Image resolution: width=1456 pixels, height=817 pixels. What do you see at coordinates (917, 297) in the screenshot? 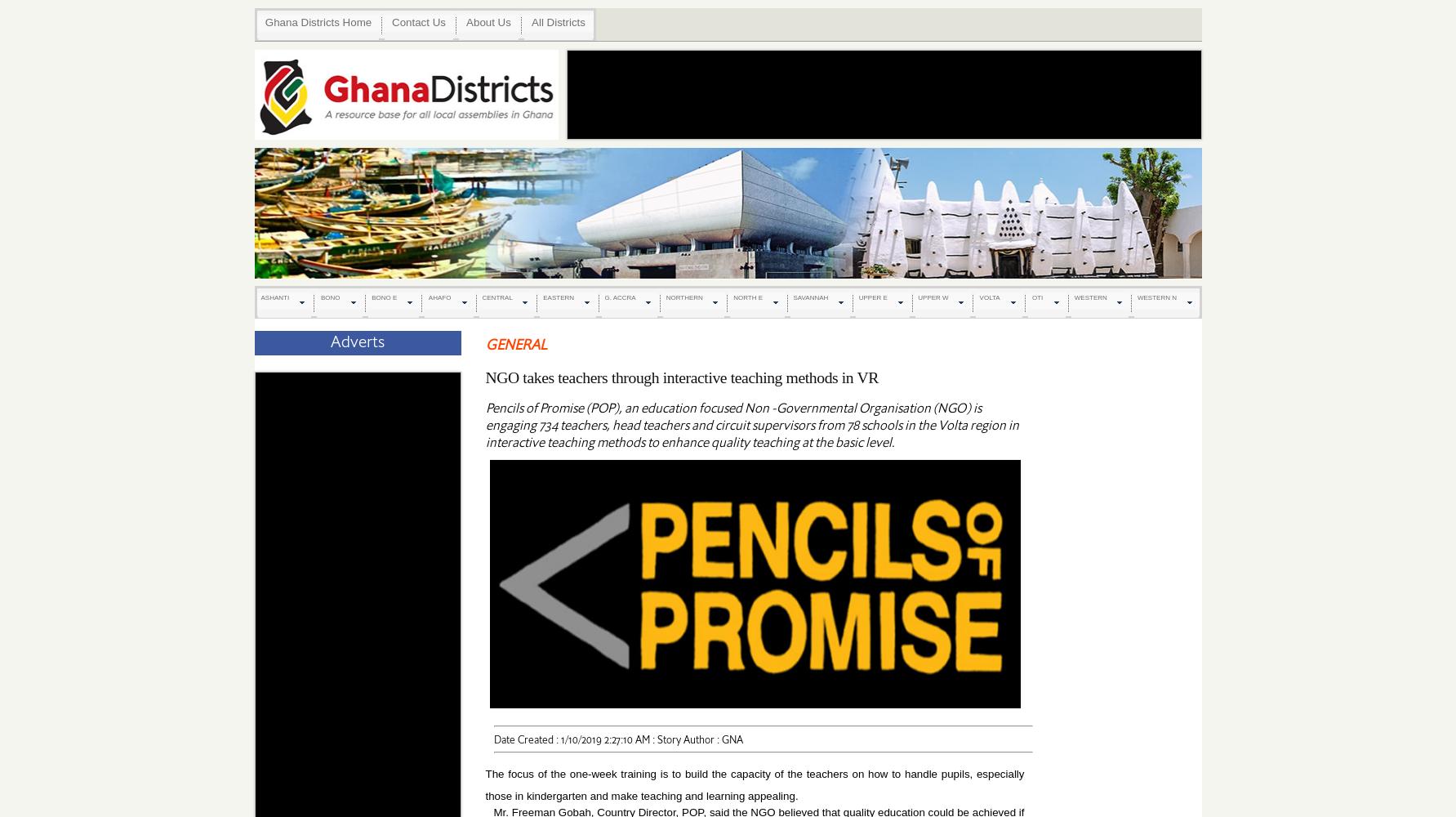
I see `'UPPER W'` at bounding box center [917, 297].